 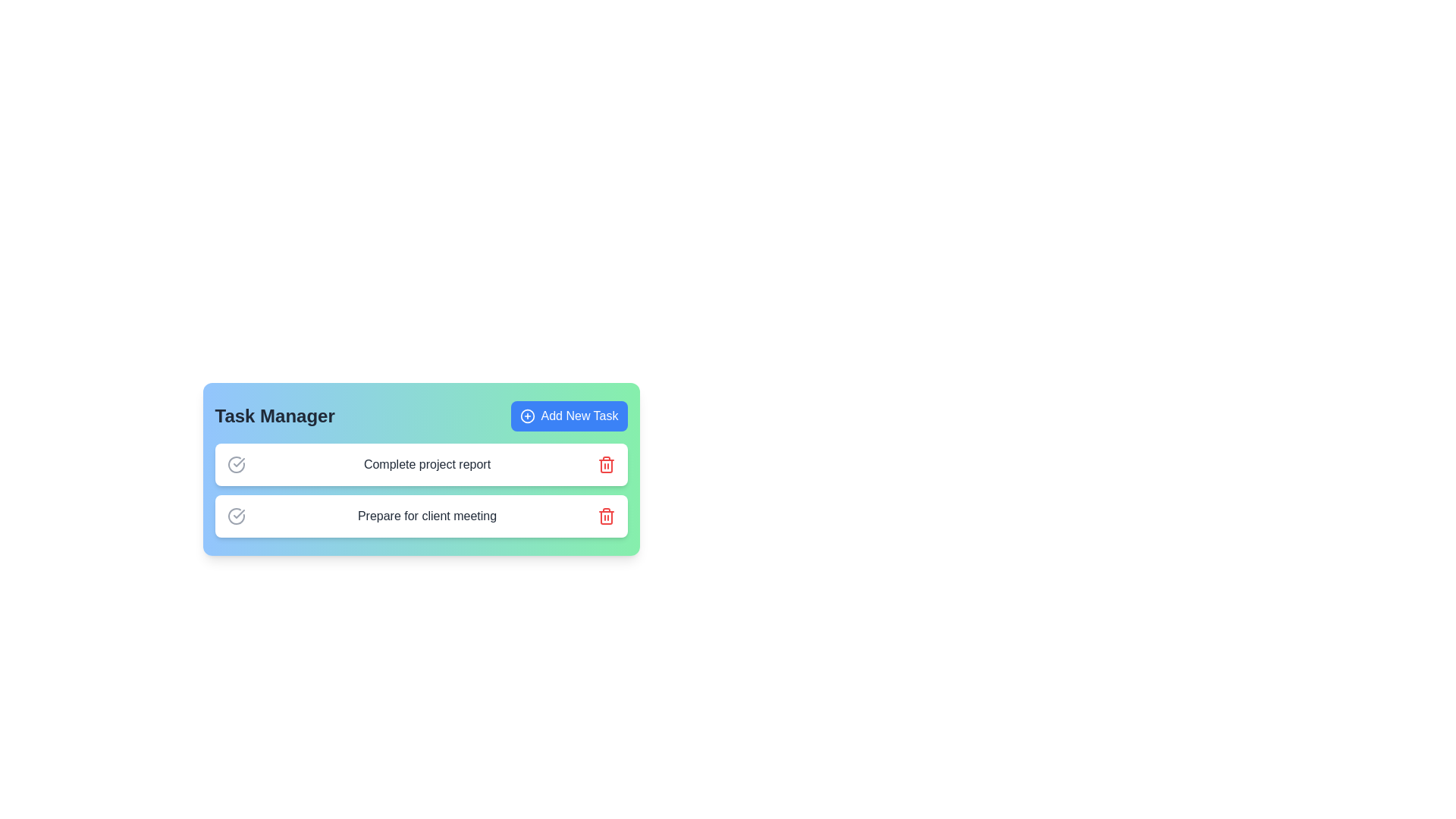 What do you see at coordinates (235, 516) in the screenshot?
I see `the circular checkmark icon located in the Task Manager section, positioned to the left of the text 'Prepare for client meeting'` at bounding box center [235, 516].